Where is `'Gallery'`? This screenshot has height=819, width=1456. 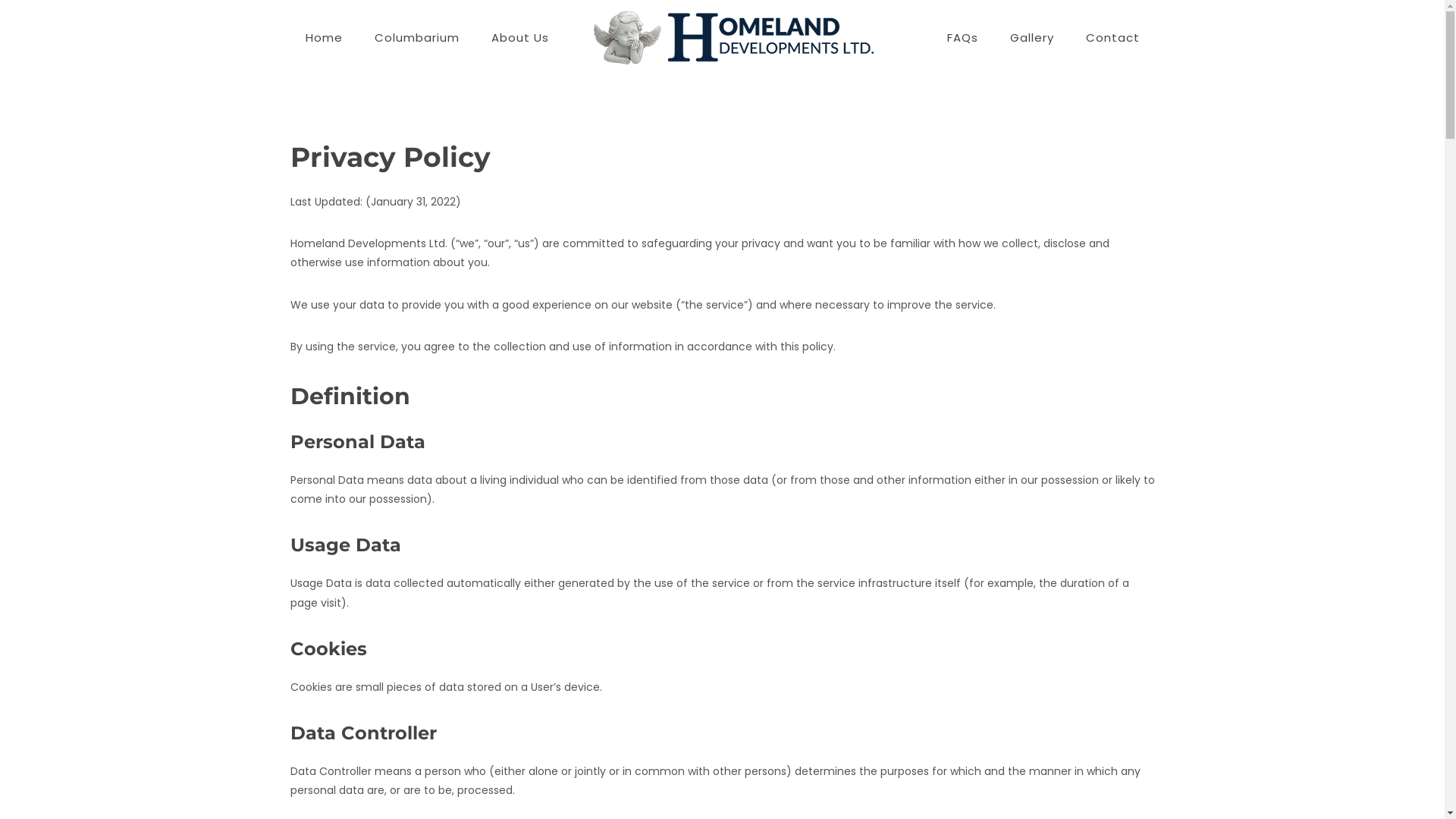
'Gallery' is located at coordinates (1031, 37).